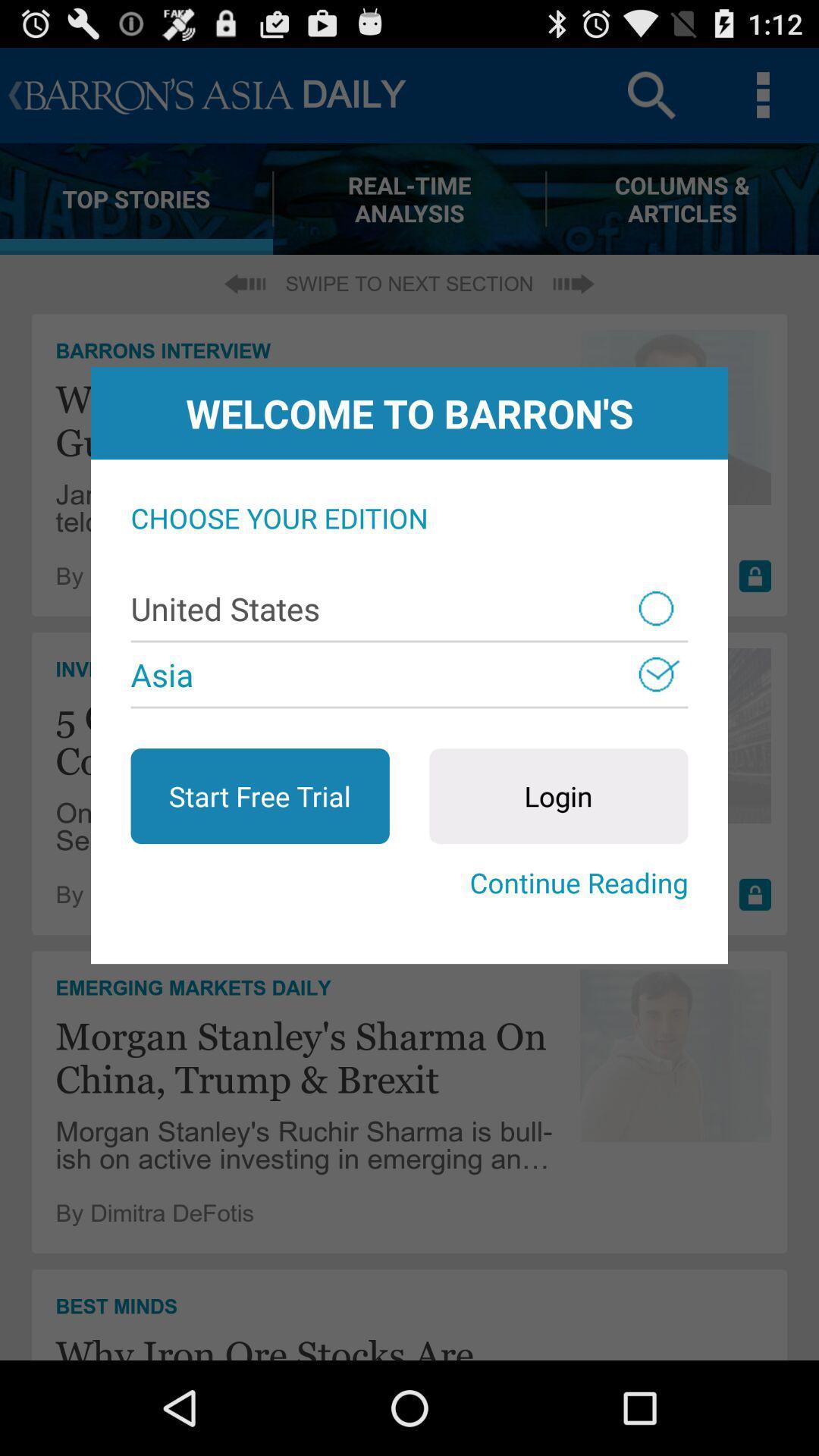  What do you see at coordinates (409, 673) in the screenshot?
I see `the asia item` at bounding box center [409, 673].